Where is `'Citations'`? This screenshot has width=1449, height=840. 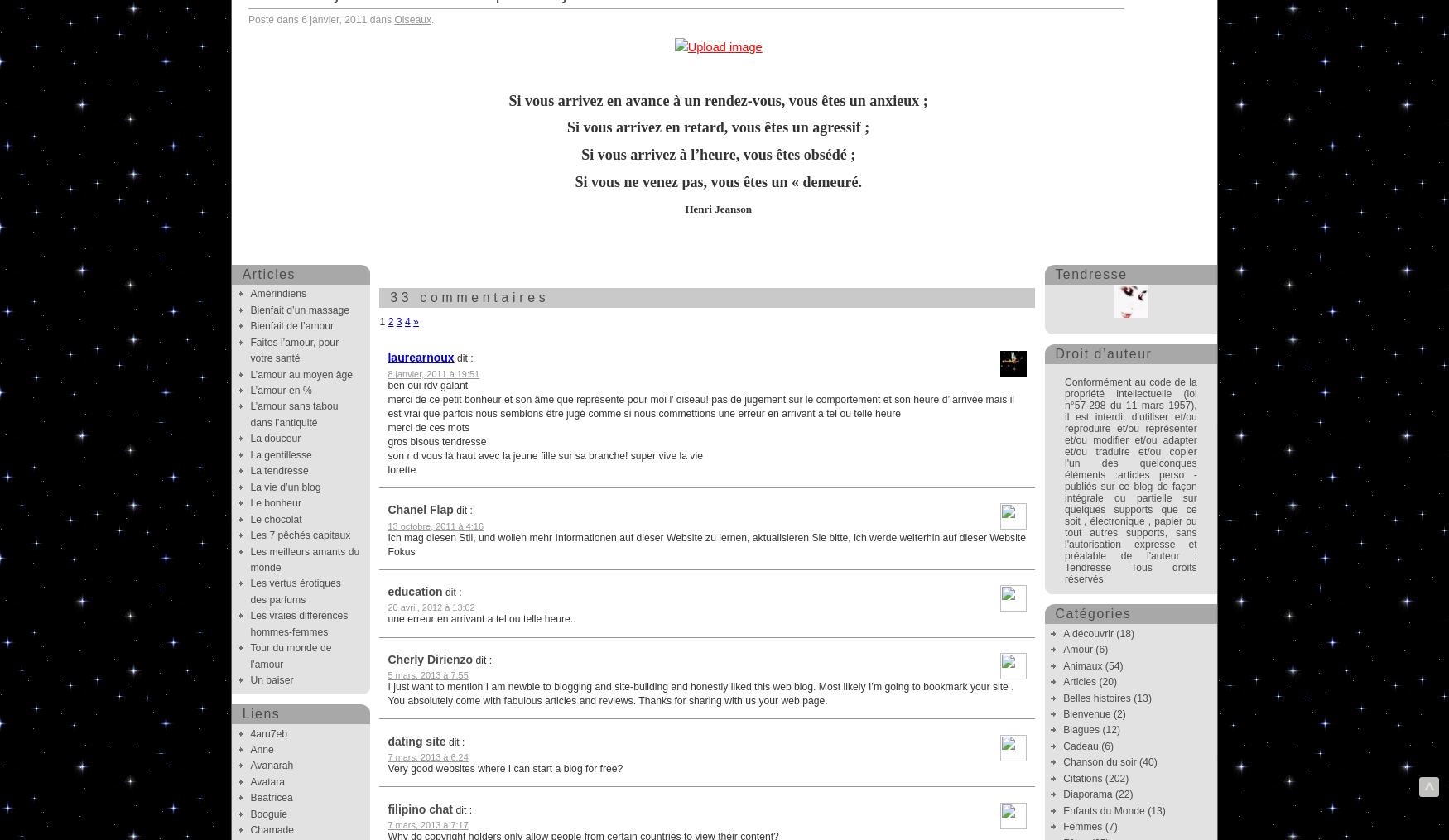 'Citations' is located at coordinates (1081, 776).